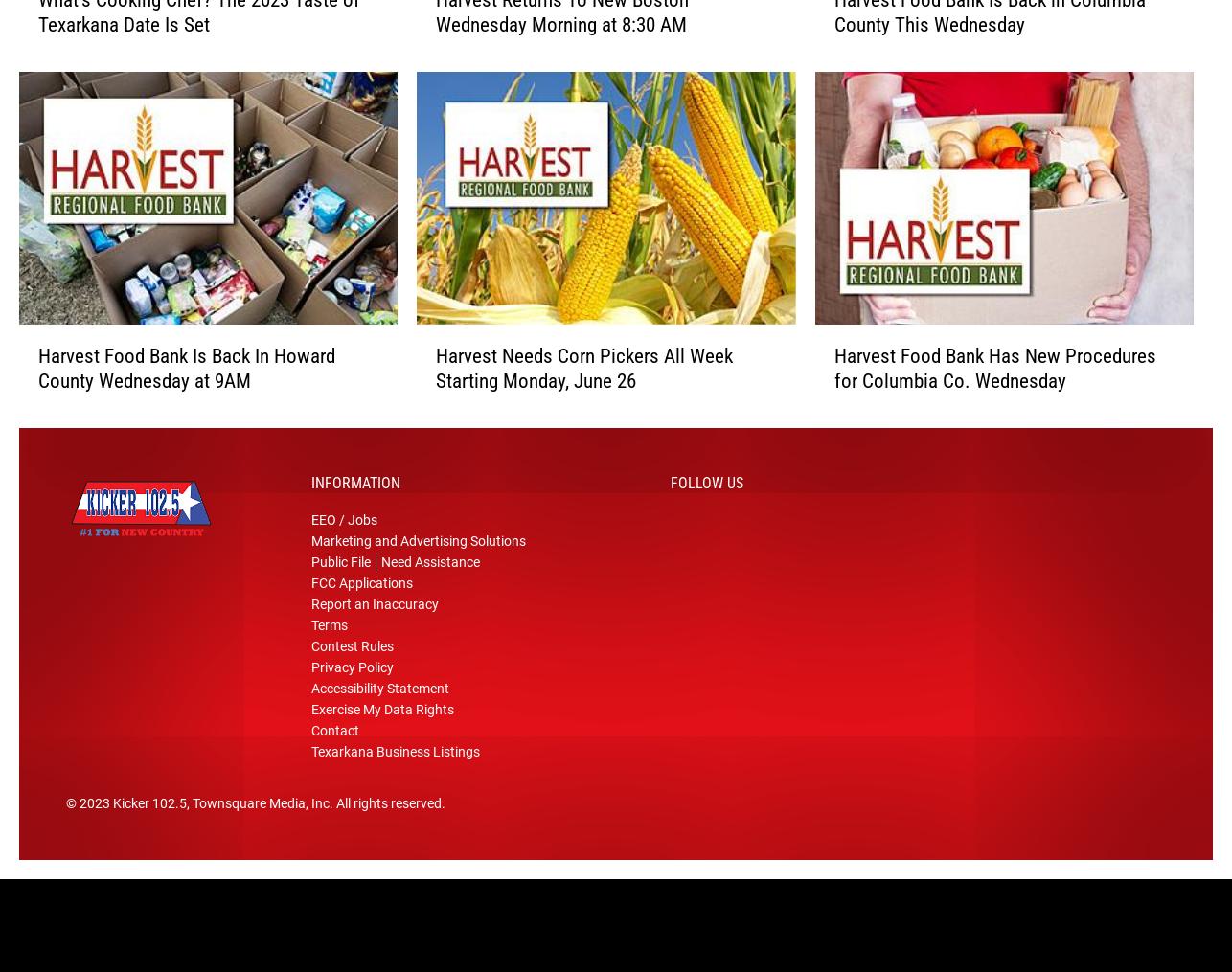 Image resolution: width=1232 pixels, height=972 pixels. Describe the element at coordinates (360, 590) in the screenshot. I see `'FCC Applications'` at that location.